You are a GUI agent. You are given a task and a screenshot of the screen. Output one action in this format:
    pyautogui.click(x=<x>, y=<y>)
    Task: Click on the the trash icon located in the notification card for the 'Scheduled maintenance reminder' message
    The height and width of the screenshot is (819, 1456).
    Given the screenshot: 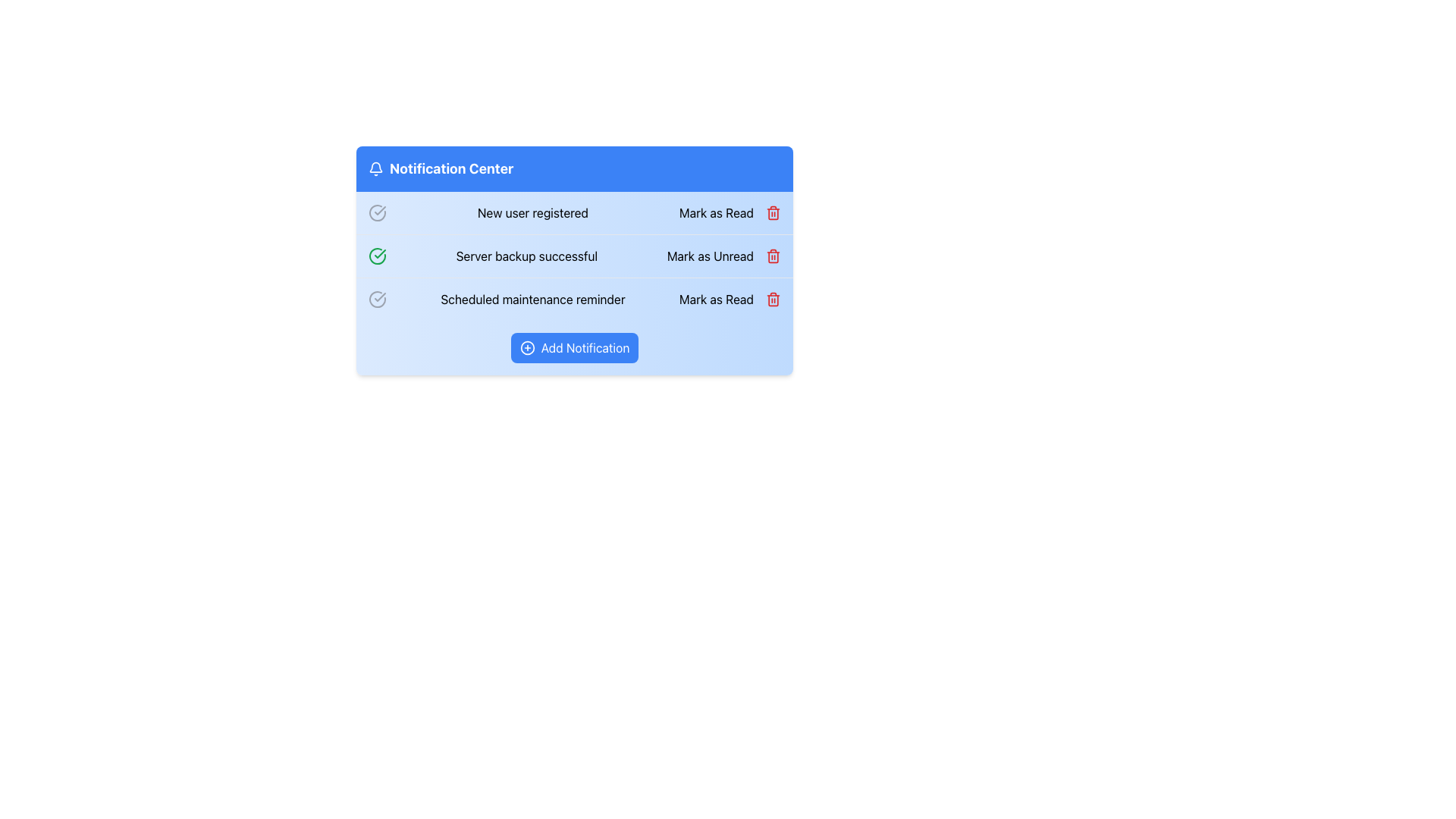 What is the action you would take?
    pyautogui.click(x=773, y=300)
    